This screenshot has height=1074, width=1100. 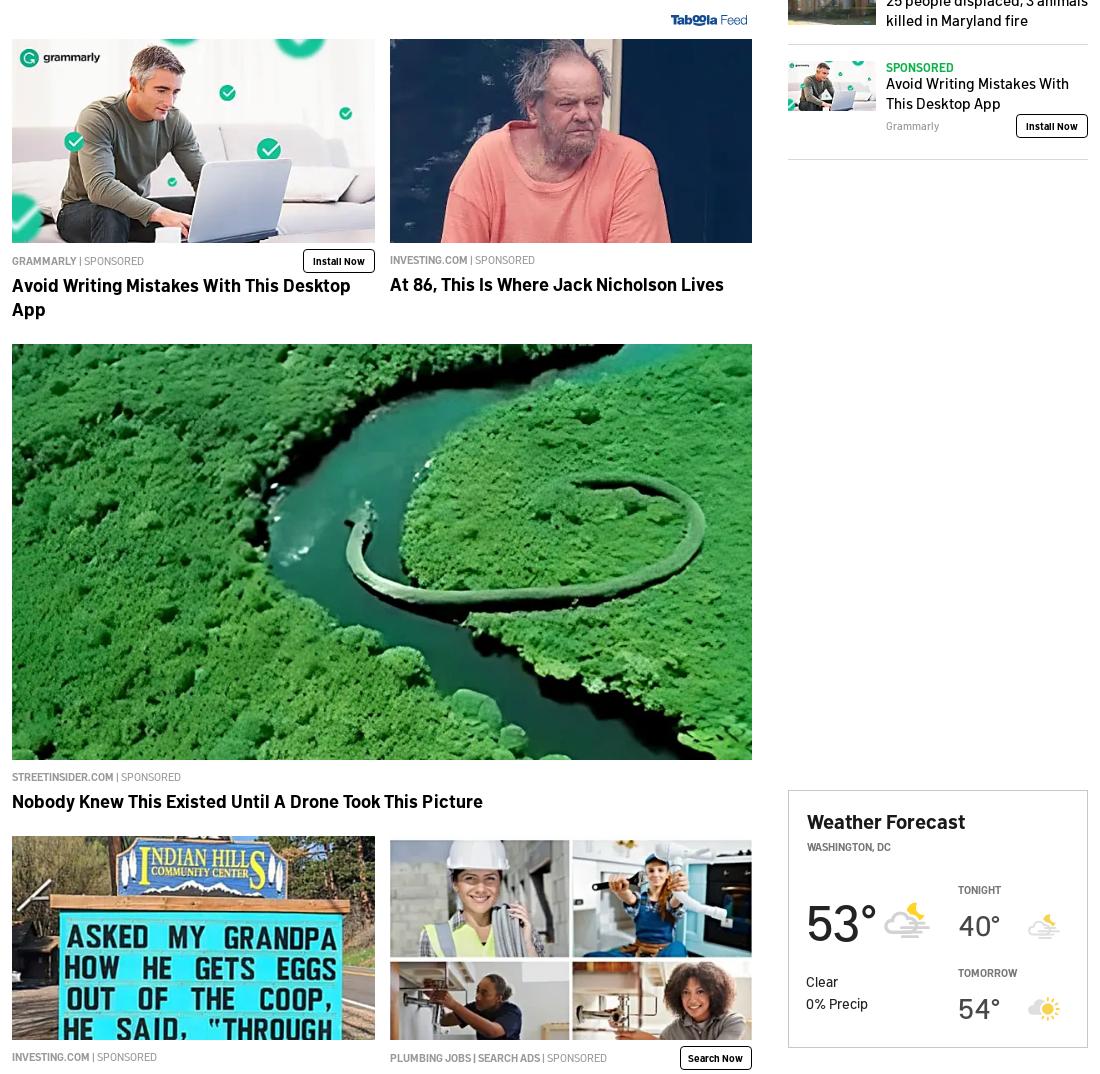 I want to click on 'Tomorrow', so click(x=986, y=971).